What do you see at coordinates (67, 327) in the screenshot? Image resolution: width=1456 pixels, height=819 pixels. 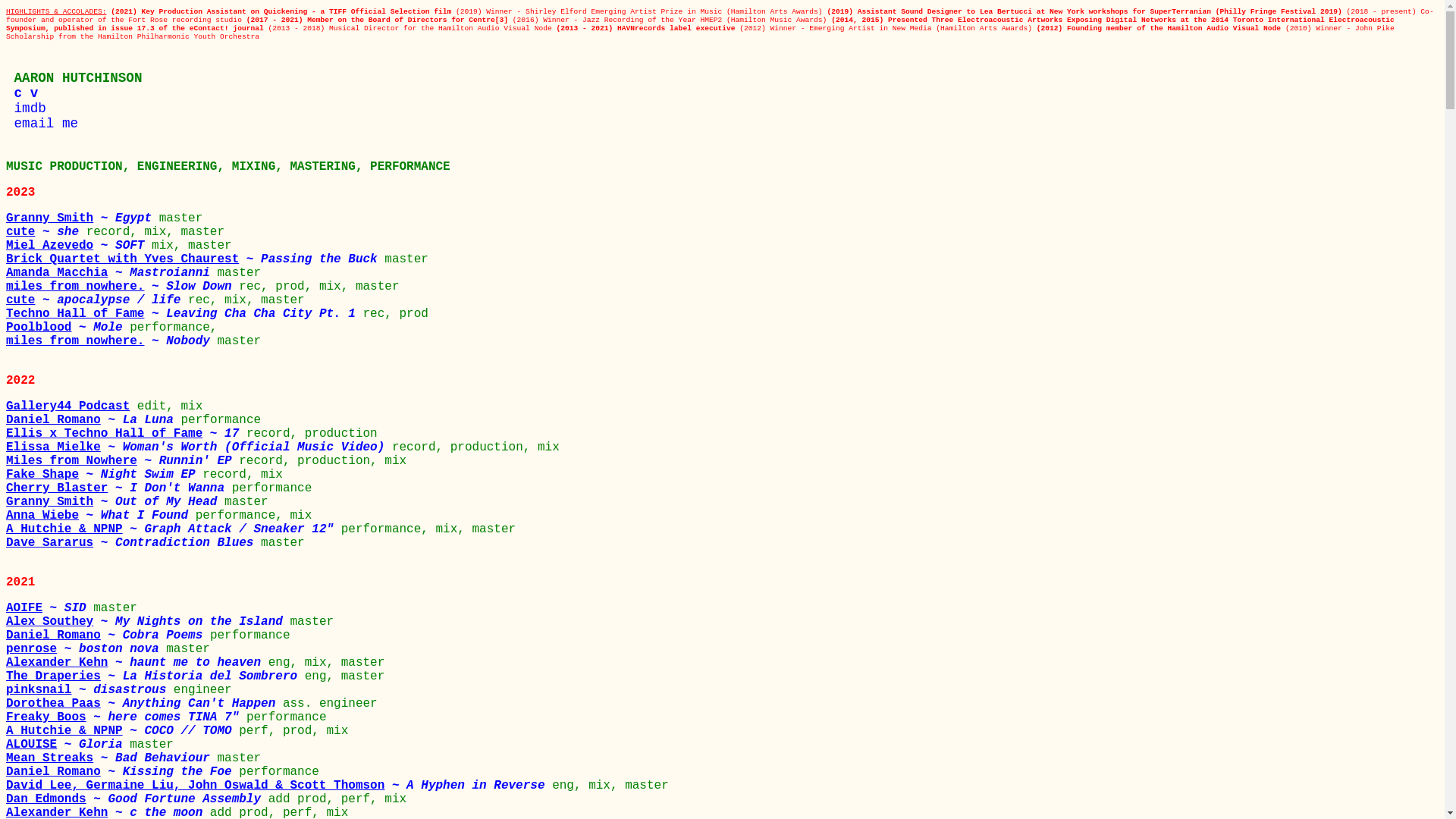 I see `'Poolblood ~ Mole'` at bounding box center [67, 327].